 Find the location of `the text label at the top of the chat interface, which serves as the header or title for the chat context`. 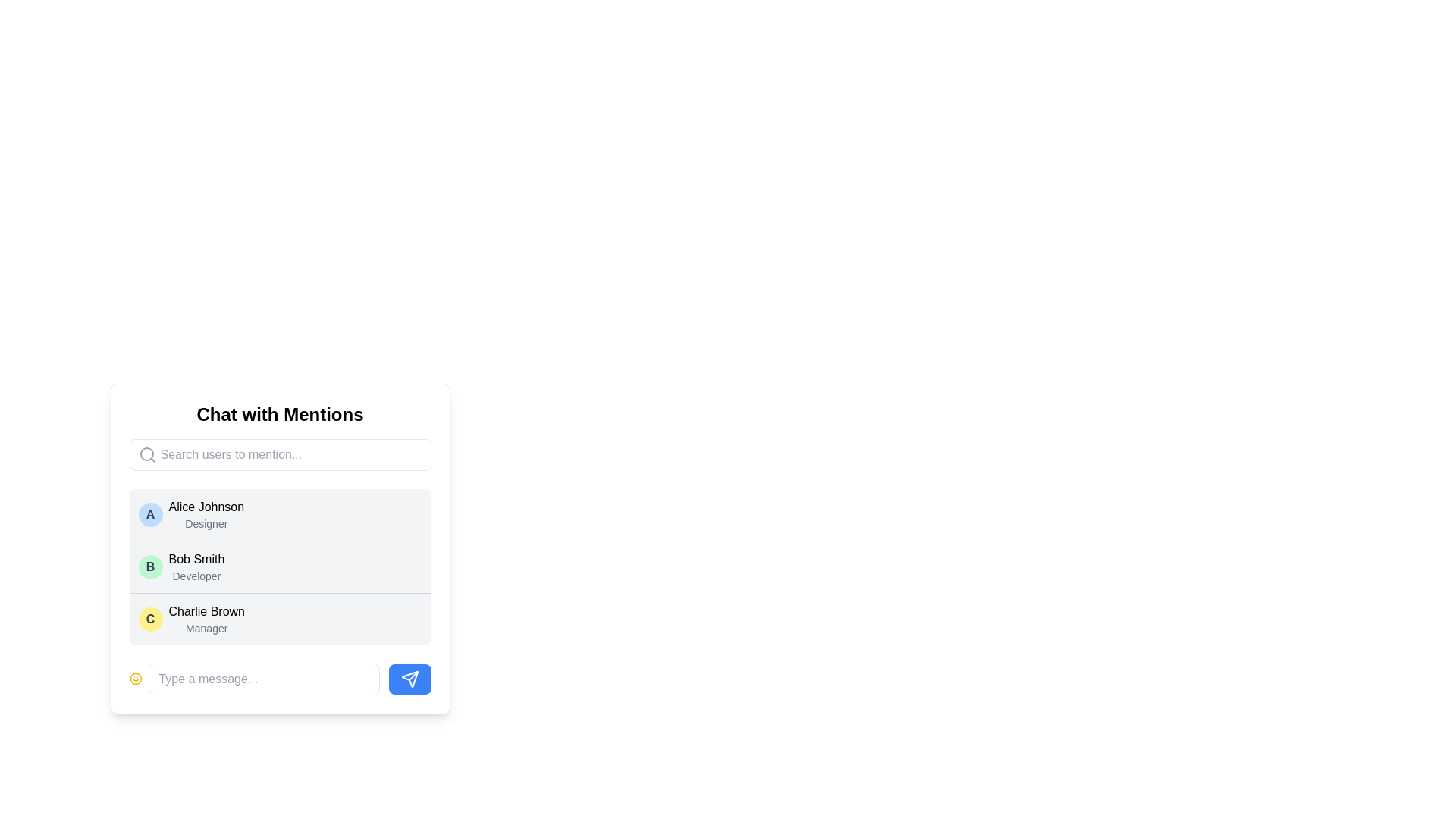

the text label at the top of the chat interface, which serves as the header or title for the chat context is located at coordinates (280, 415).